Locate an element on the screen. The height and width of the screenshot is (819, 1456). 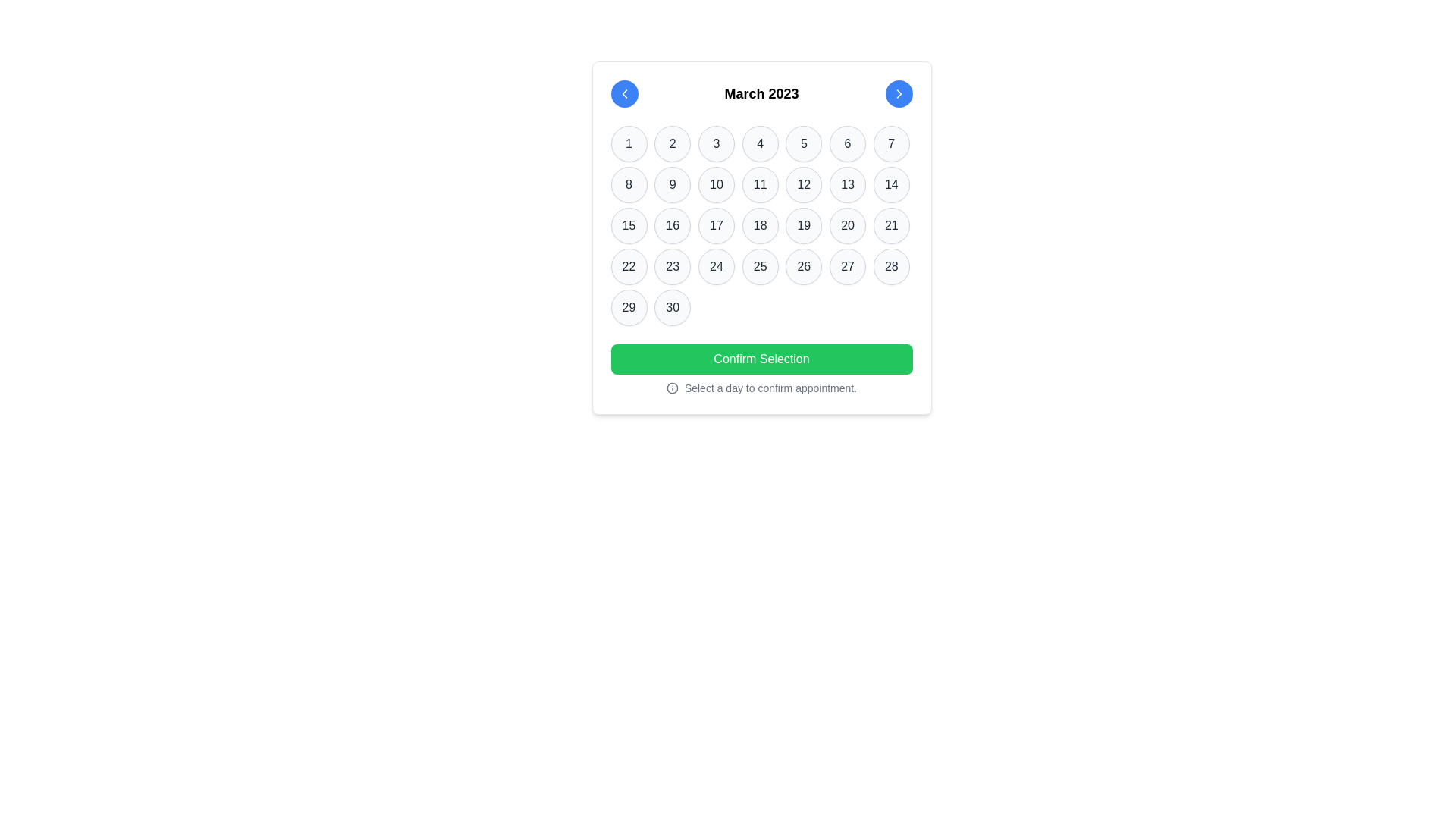
the static text element providing instructions to select a day for confirming an appointment, which is positioned to the right of an informational icon and below the 'Confirm Selection' button is located at coordinates (770, 388).